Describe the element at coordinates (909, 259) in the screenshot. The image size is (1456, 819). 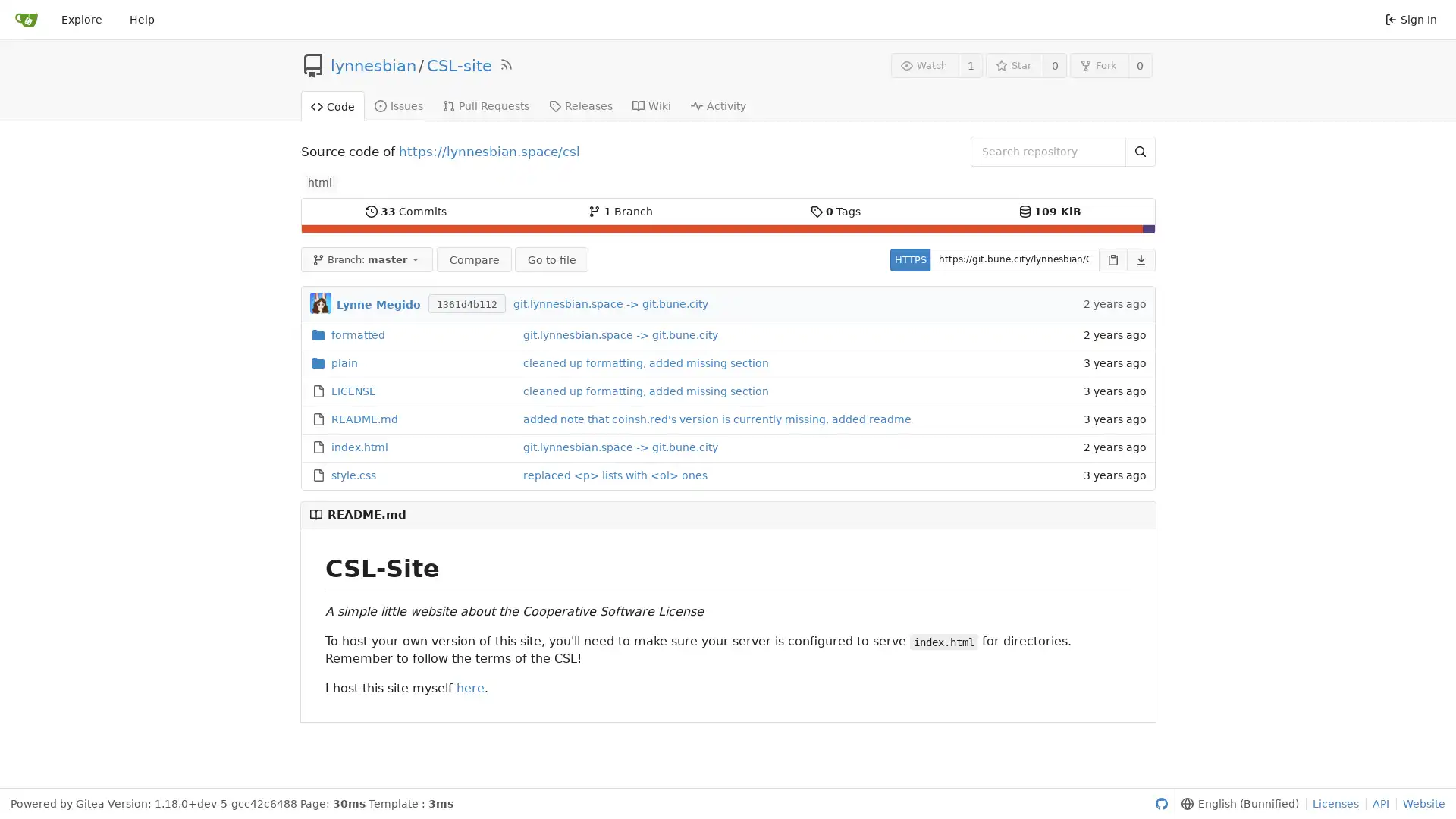
I see `HTTPS` at that location.